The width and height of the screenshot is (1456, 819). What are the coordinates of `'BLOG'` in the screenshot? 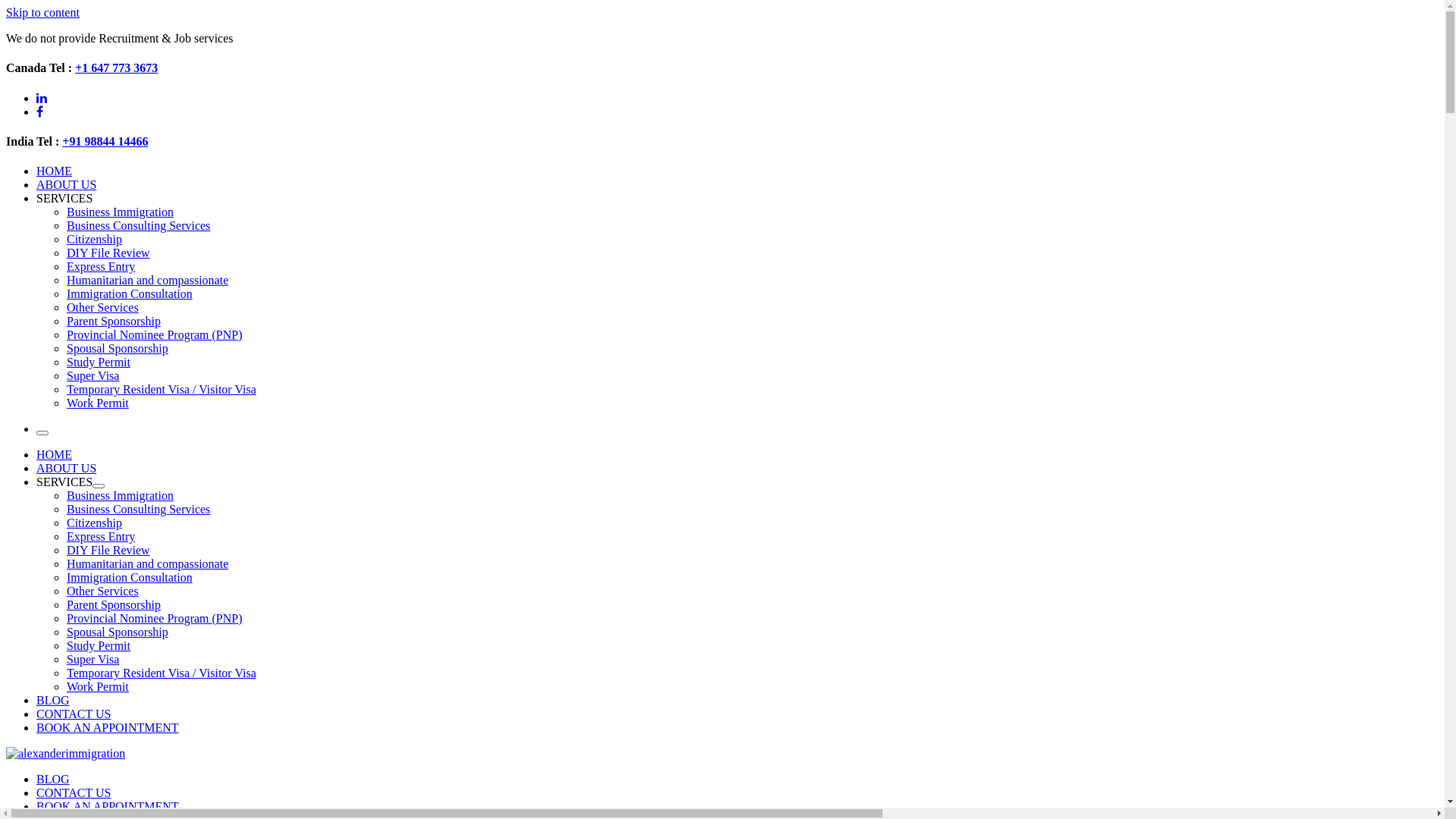 It's located at (53, 779).